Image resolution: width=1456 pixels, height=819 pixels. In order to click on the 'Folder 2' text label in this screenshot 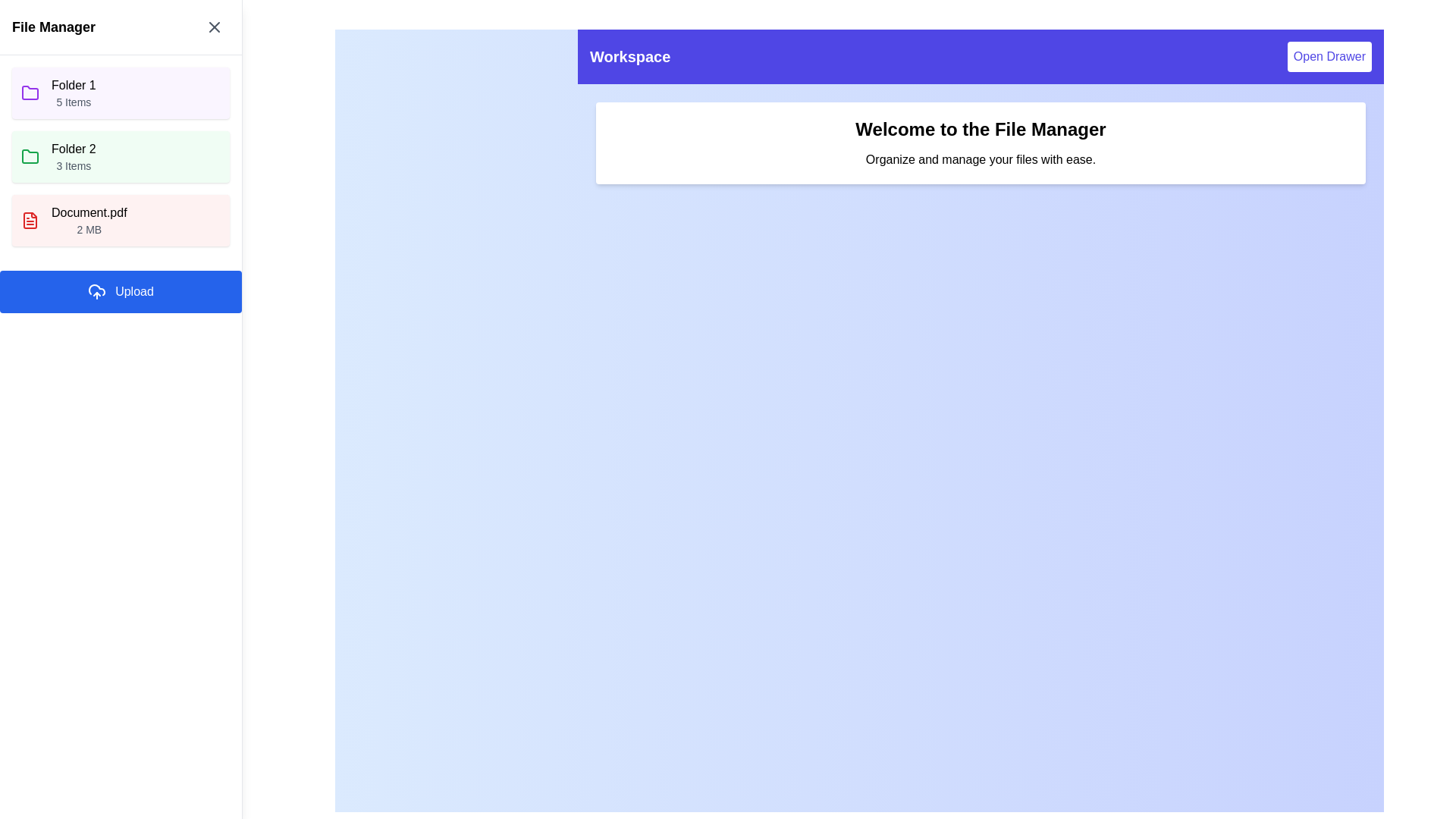, I will do `click(72, 149)`.